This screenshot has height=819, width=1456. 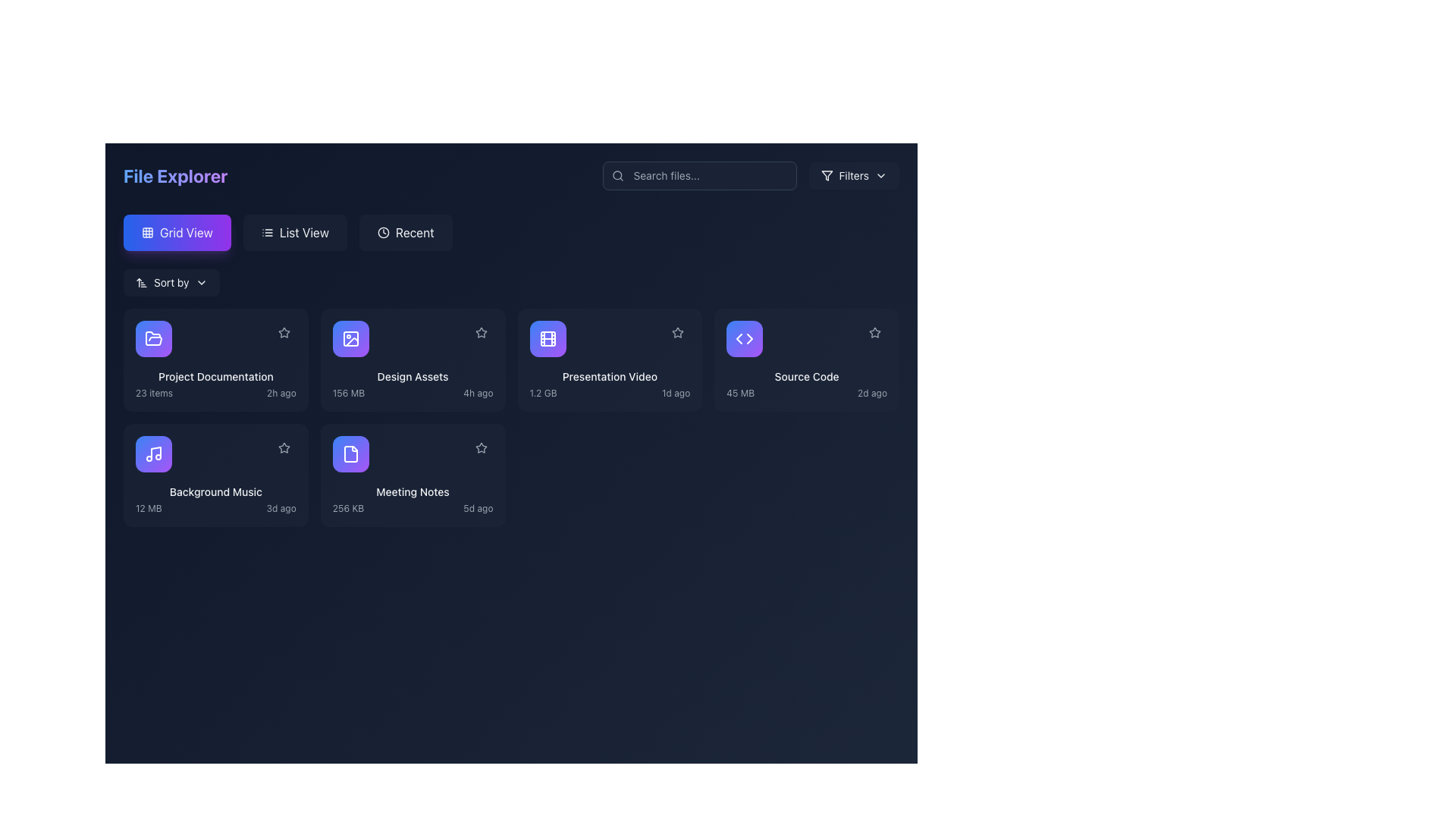 What do you see at coordinates (745, 338) in the screenshot?
I see `the square icon with rounded corners, featuring a gradient background from blue to purple and a white graphic of angle brackets (< and >)` at bounding box center [745, 338].